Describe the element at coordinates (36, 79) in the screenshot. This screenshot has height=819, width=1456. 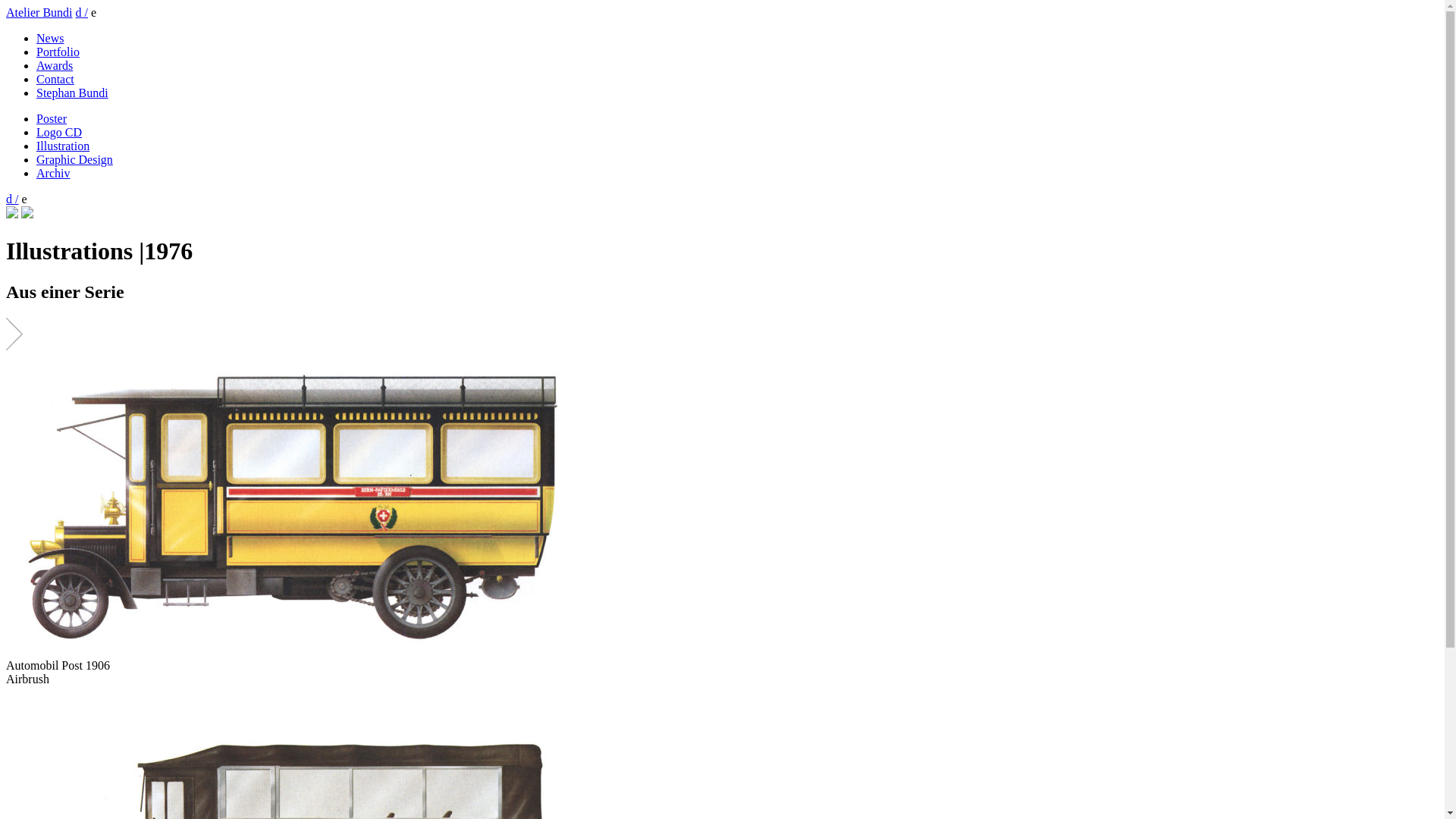
I see `'Contact'` at that location.